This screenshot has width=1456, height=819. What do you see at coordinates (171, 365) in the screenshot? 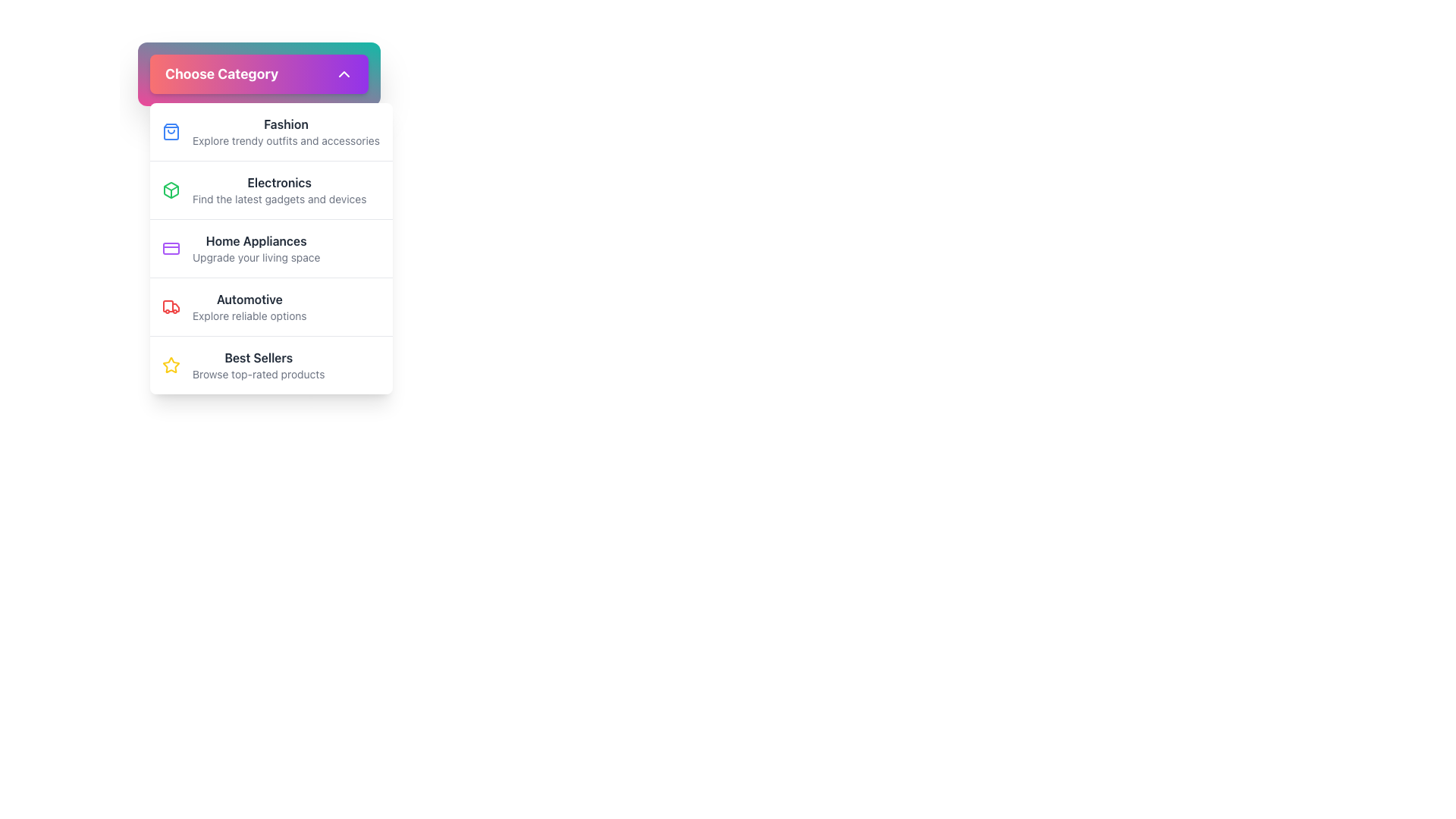
I see `the purpose of the star icon located in the 'Choose Category' dropdown menu, which symbolizes the 'Best Sellers' section` at bounding box center [171, 365].